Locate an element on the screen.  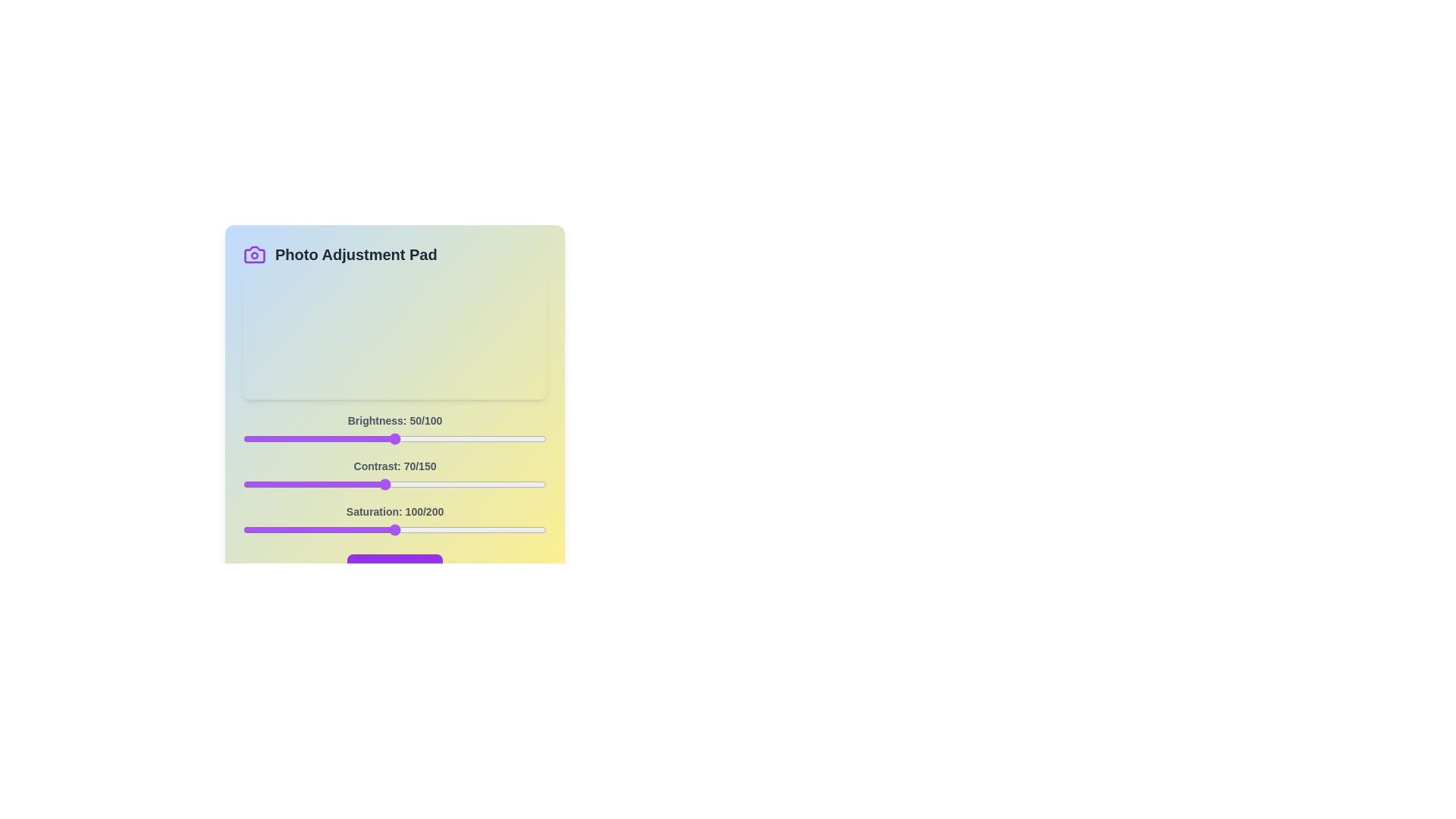
the 1 slider to 147 is located at coordinates (541, 485).